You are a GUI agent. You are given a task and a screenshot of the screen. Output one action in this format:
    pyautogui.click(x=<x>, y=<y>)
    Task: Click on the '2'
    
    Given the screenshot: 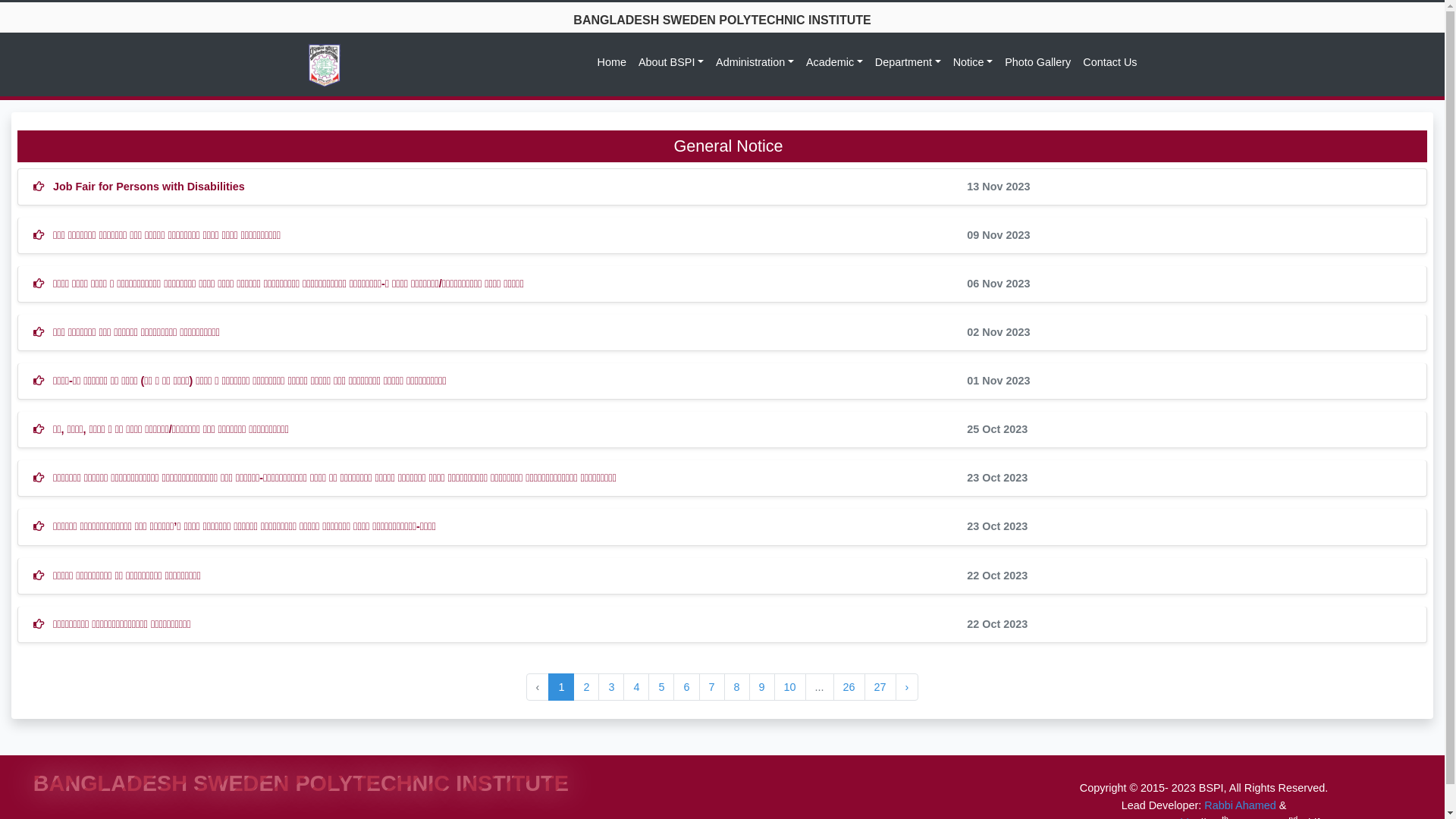 What is the action you would take?
    pyautogui.click(x=585, y=687)
    